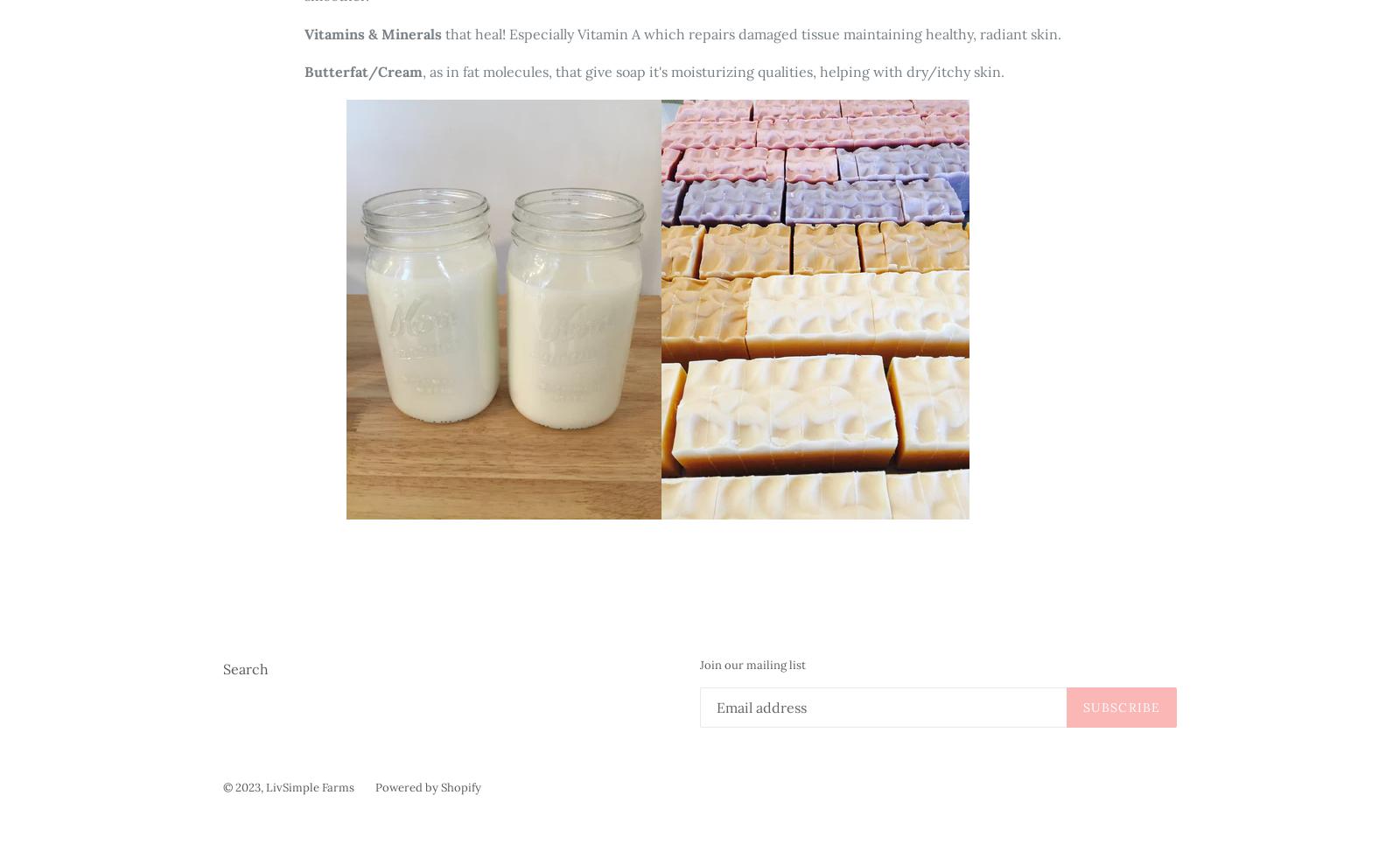 This screenshot has height=844, width=1400. Describe the element at coordinates (245, 667) in the screenshot. I see `'Search'` at that location.